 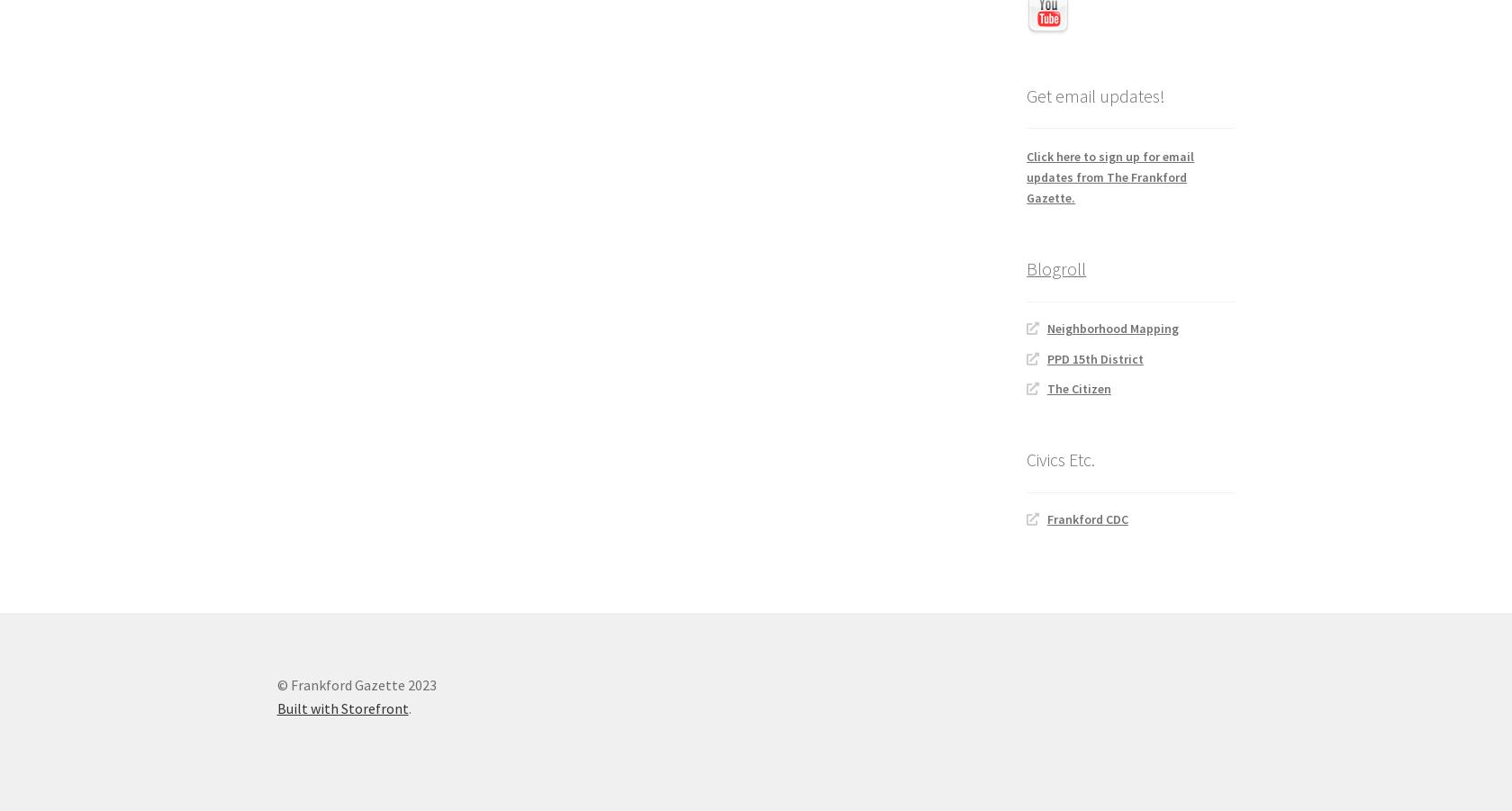 What do you see at coordinates (1109, 176) in the screenshot?
I see `'Click here to sign up for email updates from The Frankford Gazette.'` at bounding box center [1109, 176].